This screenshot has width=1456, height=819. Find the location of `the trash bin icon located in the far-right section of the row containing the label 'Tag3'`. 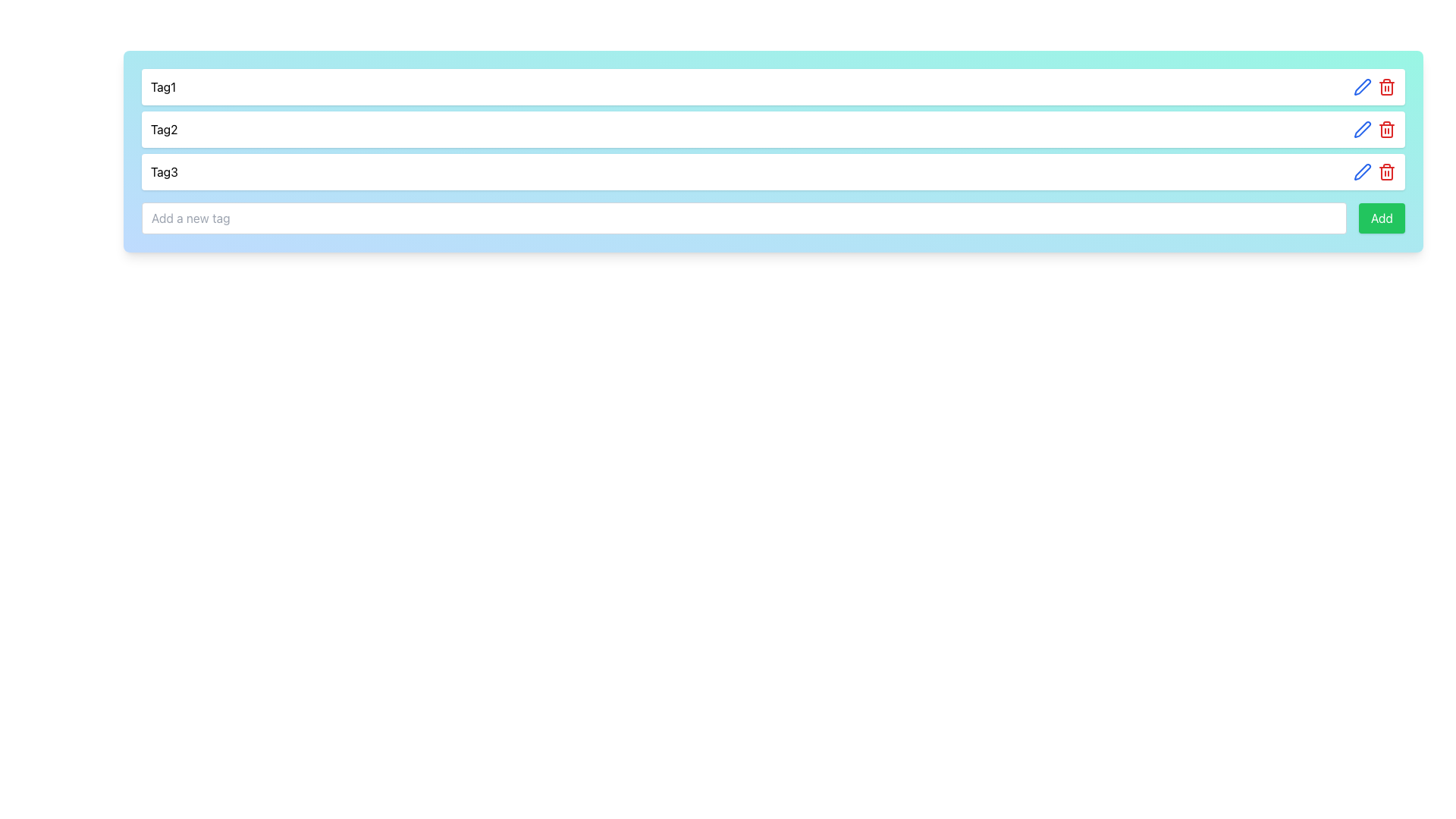

the trash bin icon located in the far-right section of the row containing the label 'Tag3' is located at coordinates (1375, 171).